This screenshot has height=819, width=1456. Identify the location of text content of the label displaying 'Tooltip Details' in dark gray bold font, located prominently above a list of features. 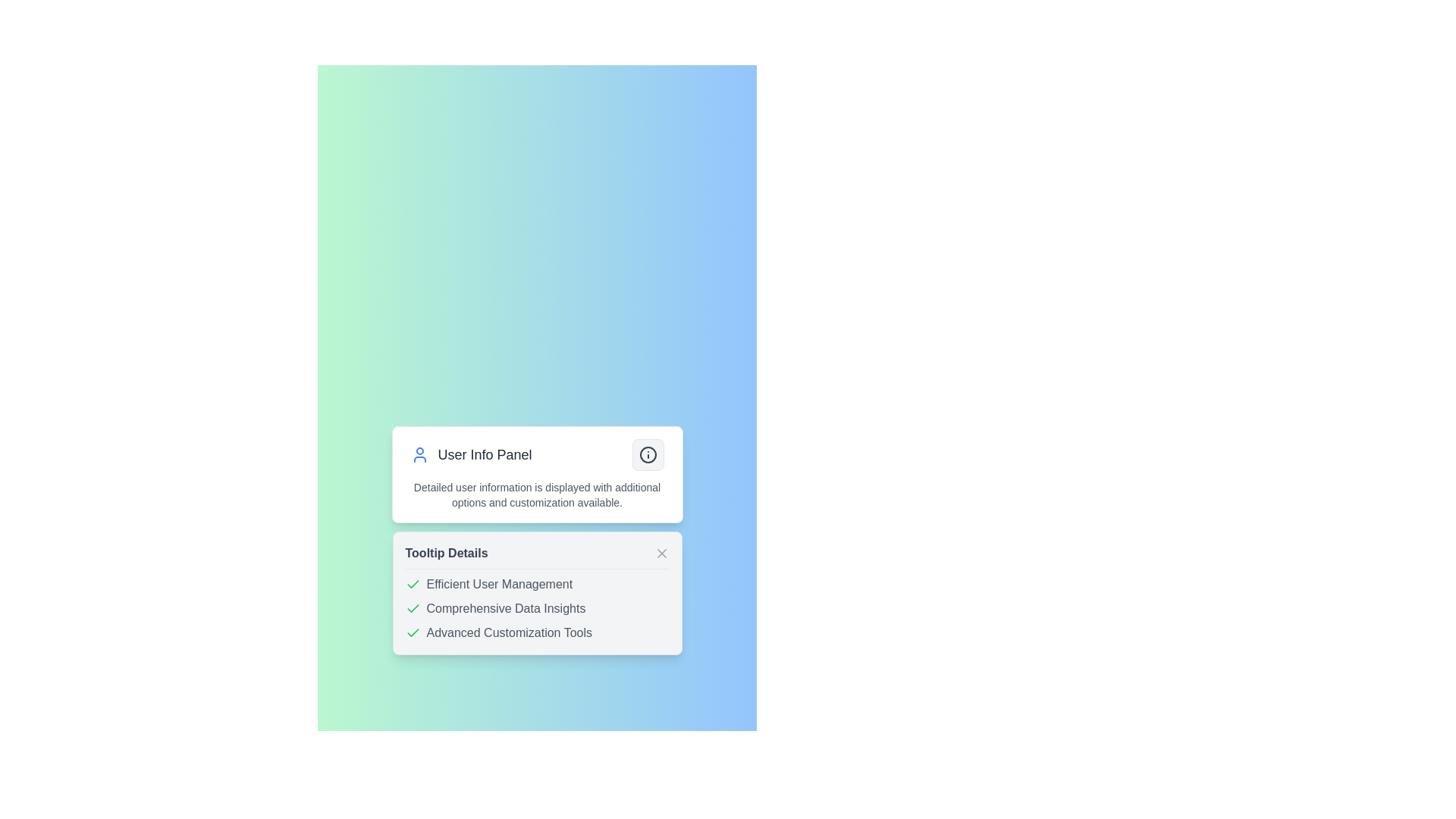
(446, 553).